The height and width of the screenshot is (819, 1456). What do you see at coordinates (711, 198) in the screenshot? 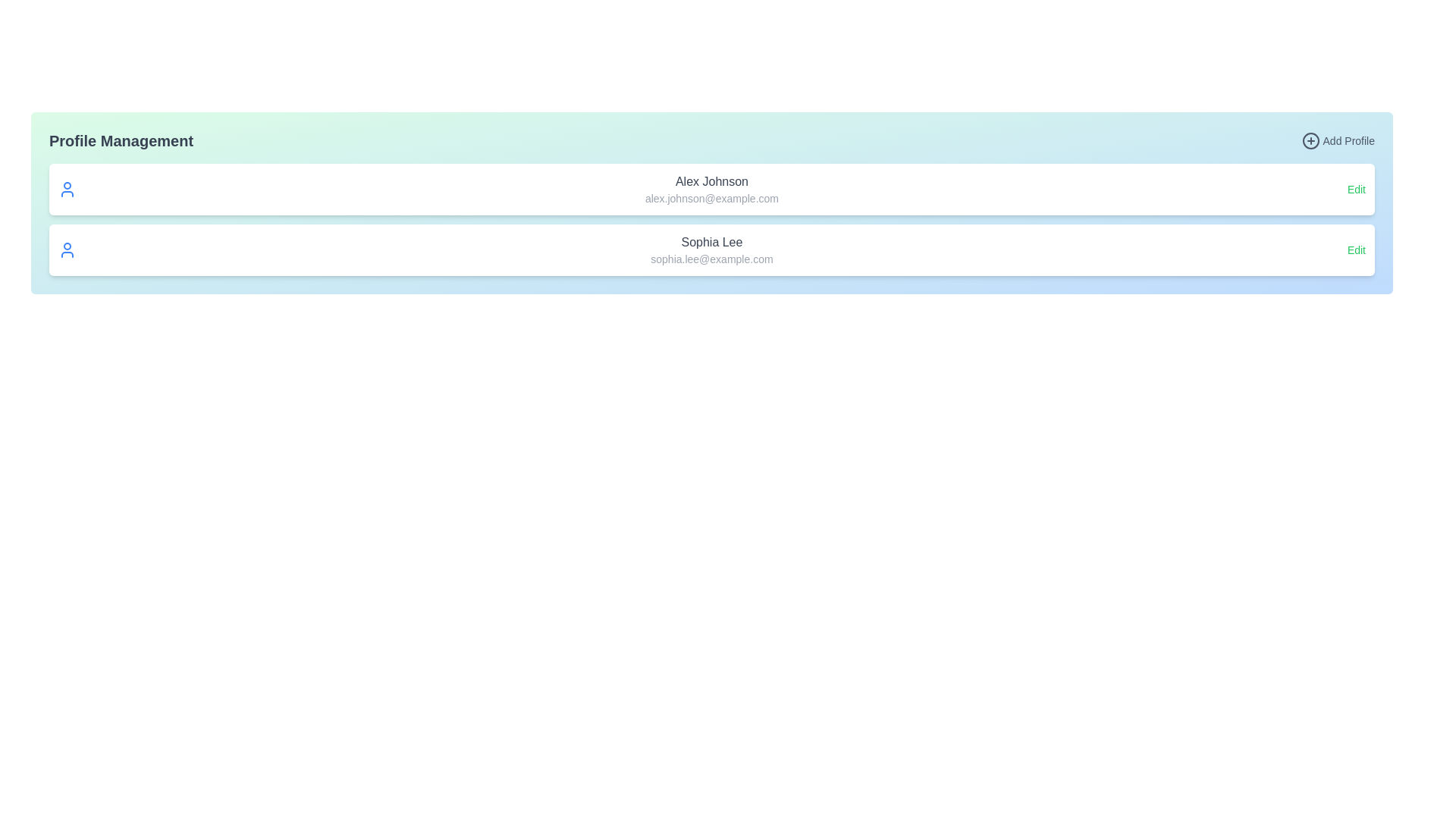
I see `the text label displaying the email address 'alex.johnson@example.com', which is styled in a smaller, gray-colored font and is positioned below the 'Alex Johnson' text` at bounding box center [711, 198].